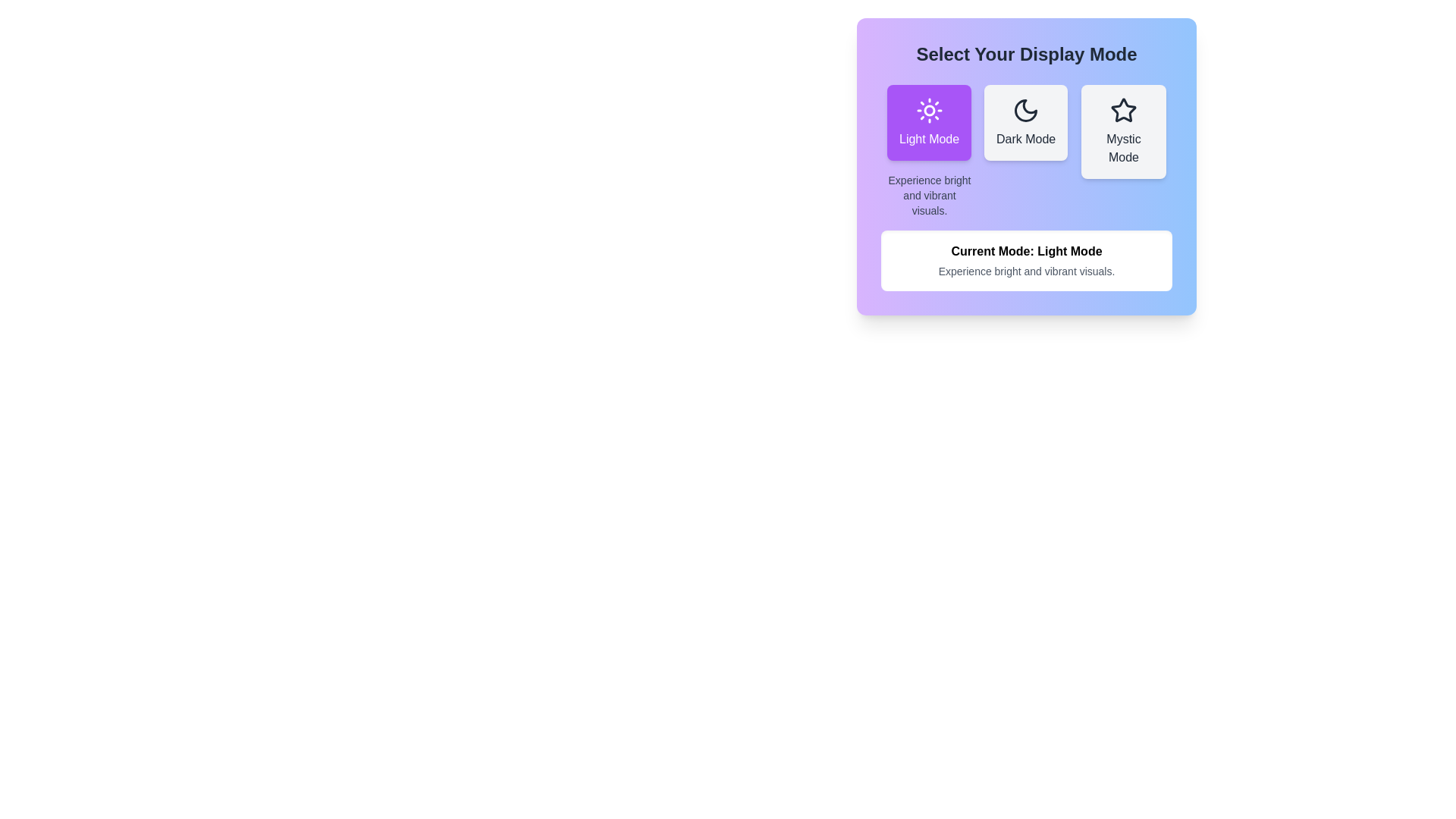  What do you see at coordinates (928, 122) in the screenshot?
I see `the button corresponding to the theme Light Mode to select it` at bounding box center [928, 122].